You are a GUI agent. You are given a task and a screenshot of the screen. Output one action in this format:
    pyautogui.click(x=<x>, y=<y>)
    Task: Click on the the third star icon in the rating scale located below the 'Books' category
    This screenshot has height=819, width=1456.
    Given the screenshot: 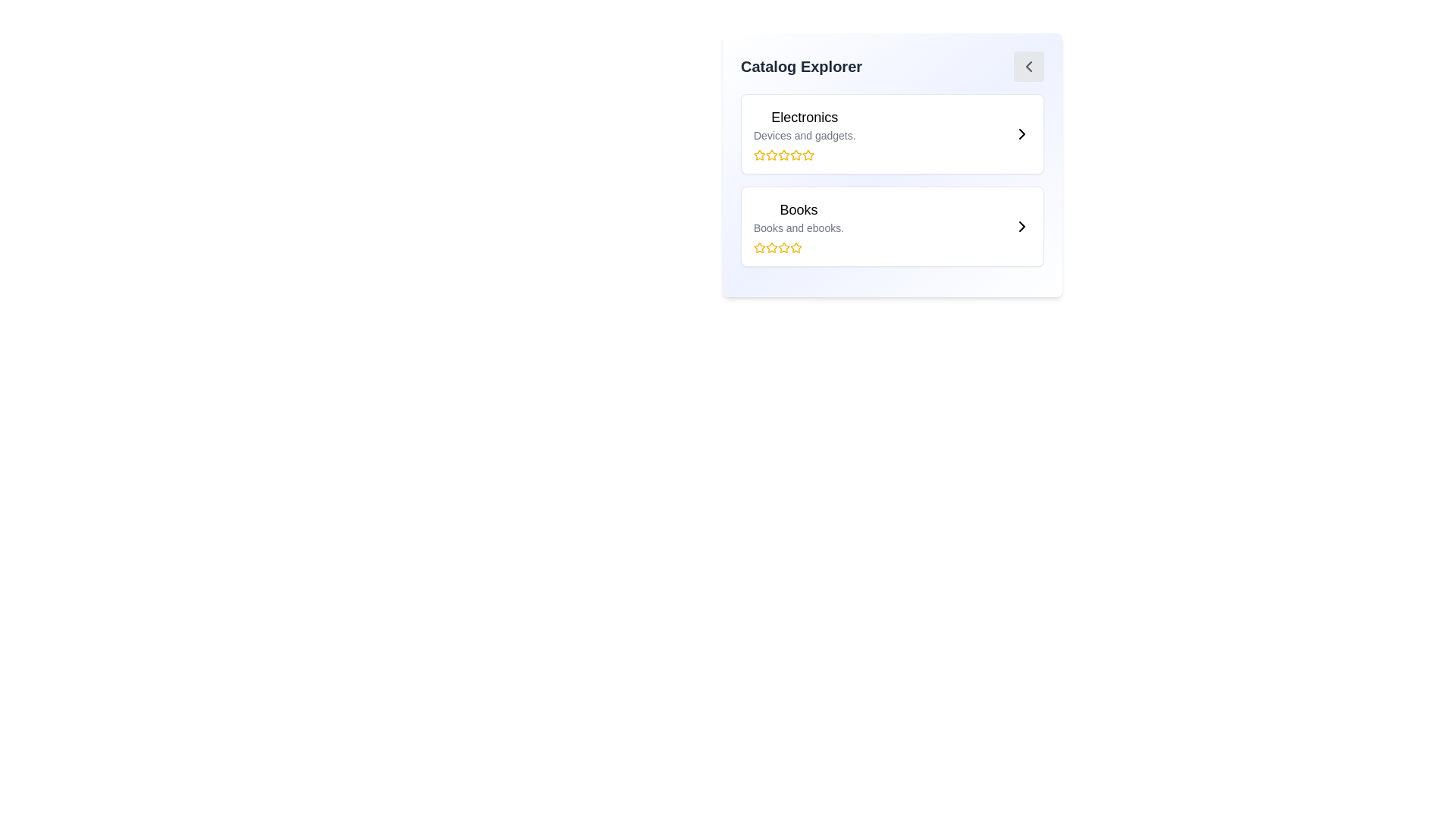 What is the action you would take?
    pyautogui.click(x=771, y=247)
    